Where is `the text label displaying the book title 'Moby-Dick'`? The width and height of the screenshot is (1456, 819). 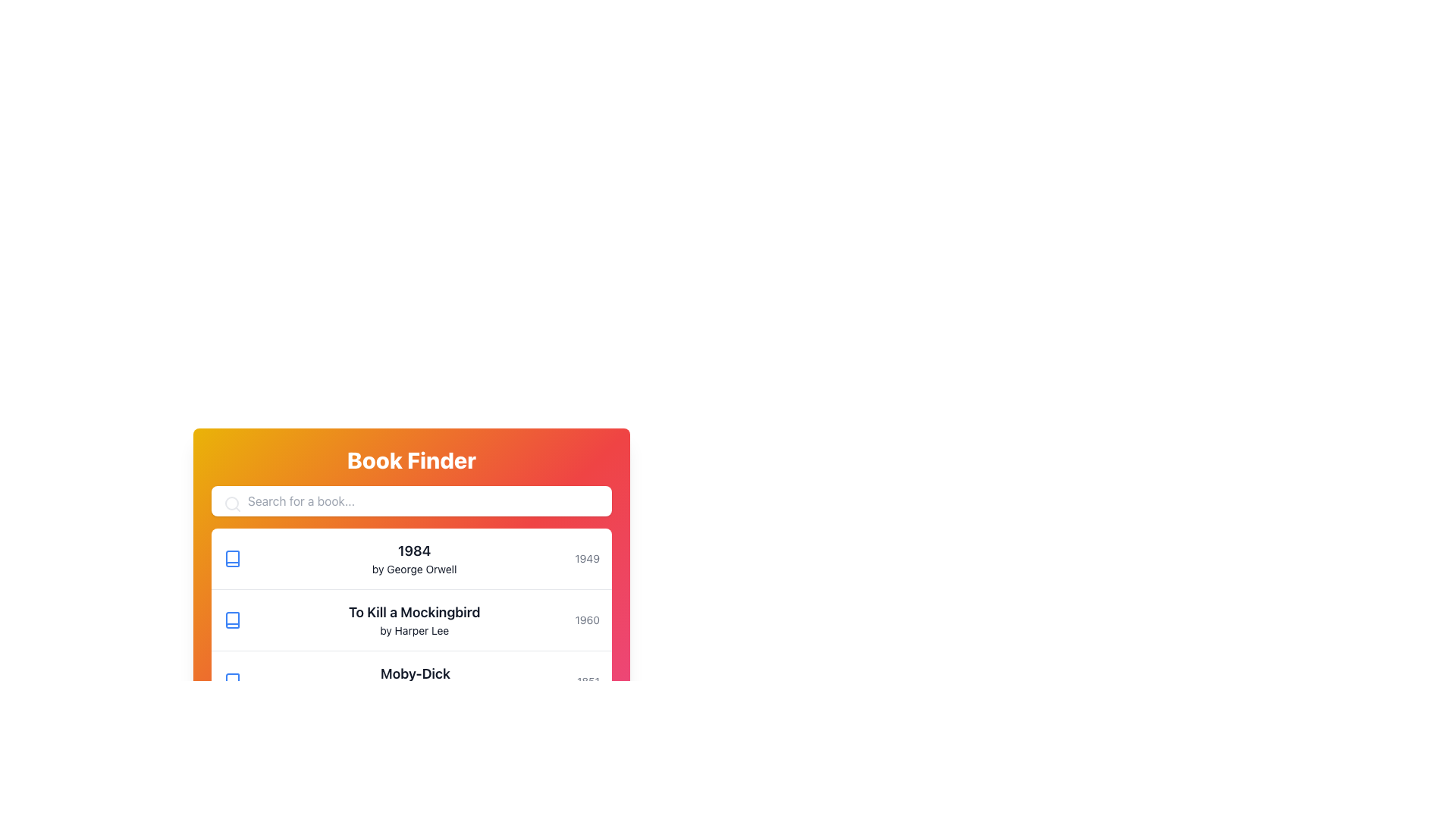 the text label displaying the book title 'Moby-Dick' is located at coordinates (415, 680).